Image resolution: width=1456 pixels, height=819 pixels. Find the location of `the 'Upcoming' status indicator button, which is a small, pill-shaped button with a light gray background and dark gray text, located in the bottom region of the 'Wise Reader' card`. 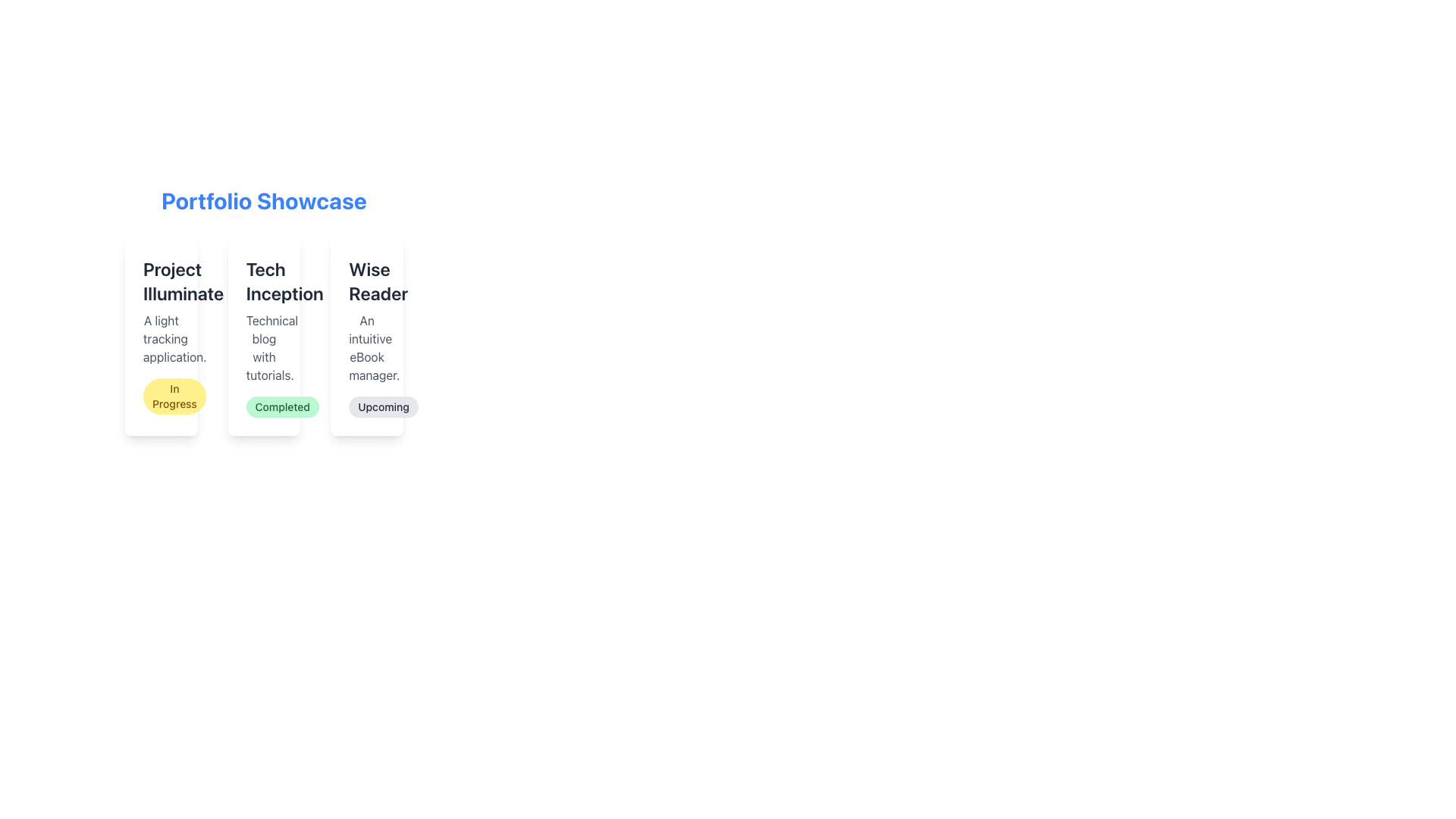

the 'Upcoming' status indicator button, which is a small, pill-shaped button with a light gray background and dark gray text, located in the bottom region of the 'Wise Reader' card is located at coordinates (384, 406).